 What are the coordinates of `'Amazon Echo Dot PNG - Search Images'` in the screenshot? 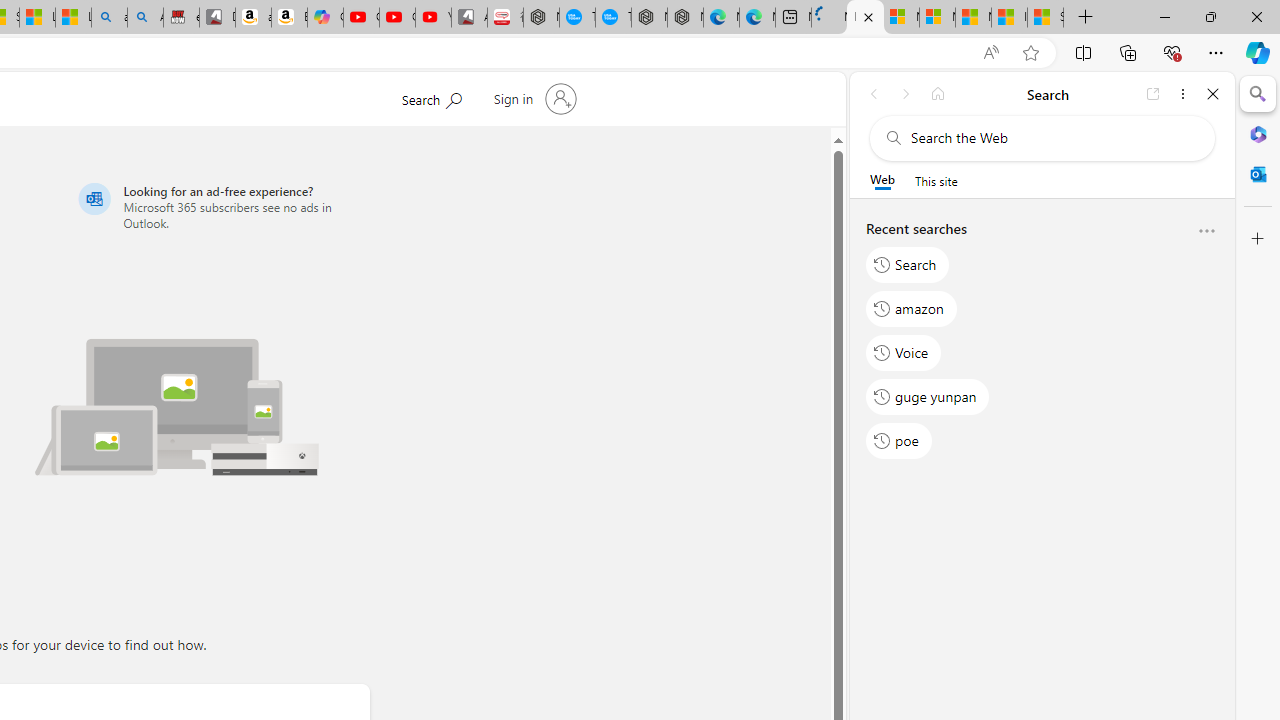 It's located at (144, 17).